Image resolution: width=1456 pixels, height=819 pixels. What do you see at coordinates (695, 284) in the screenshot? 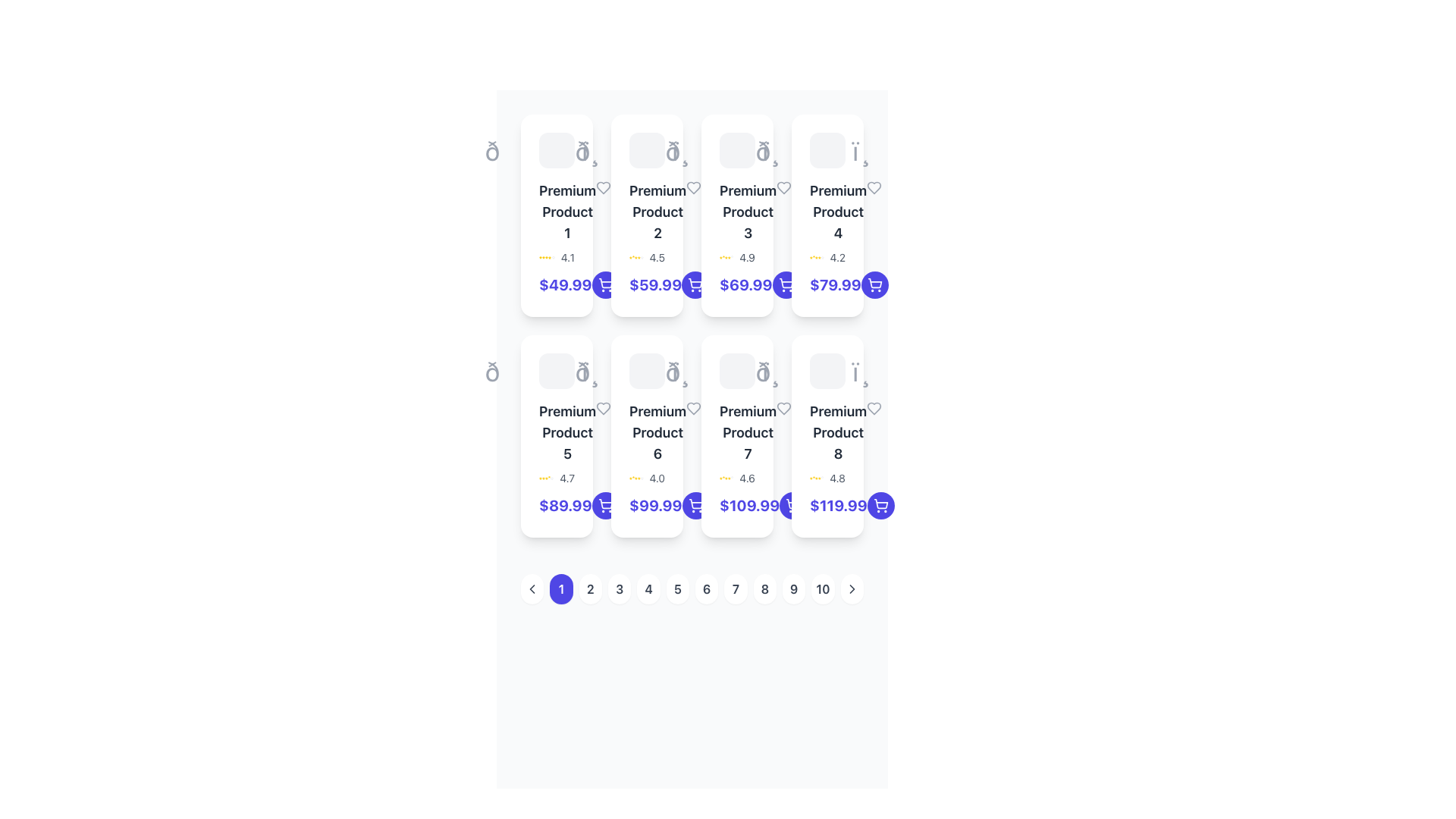
I see `the small shopping cart icon within the purple circular background` at bounding box center [695, 284].